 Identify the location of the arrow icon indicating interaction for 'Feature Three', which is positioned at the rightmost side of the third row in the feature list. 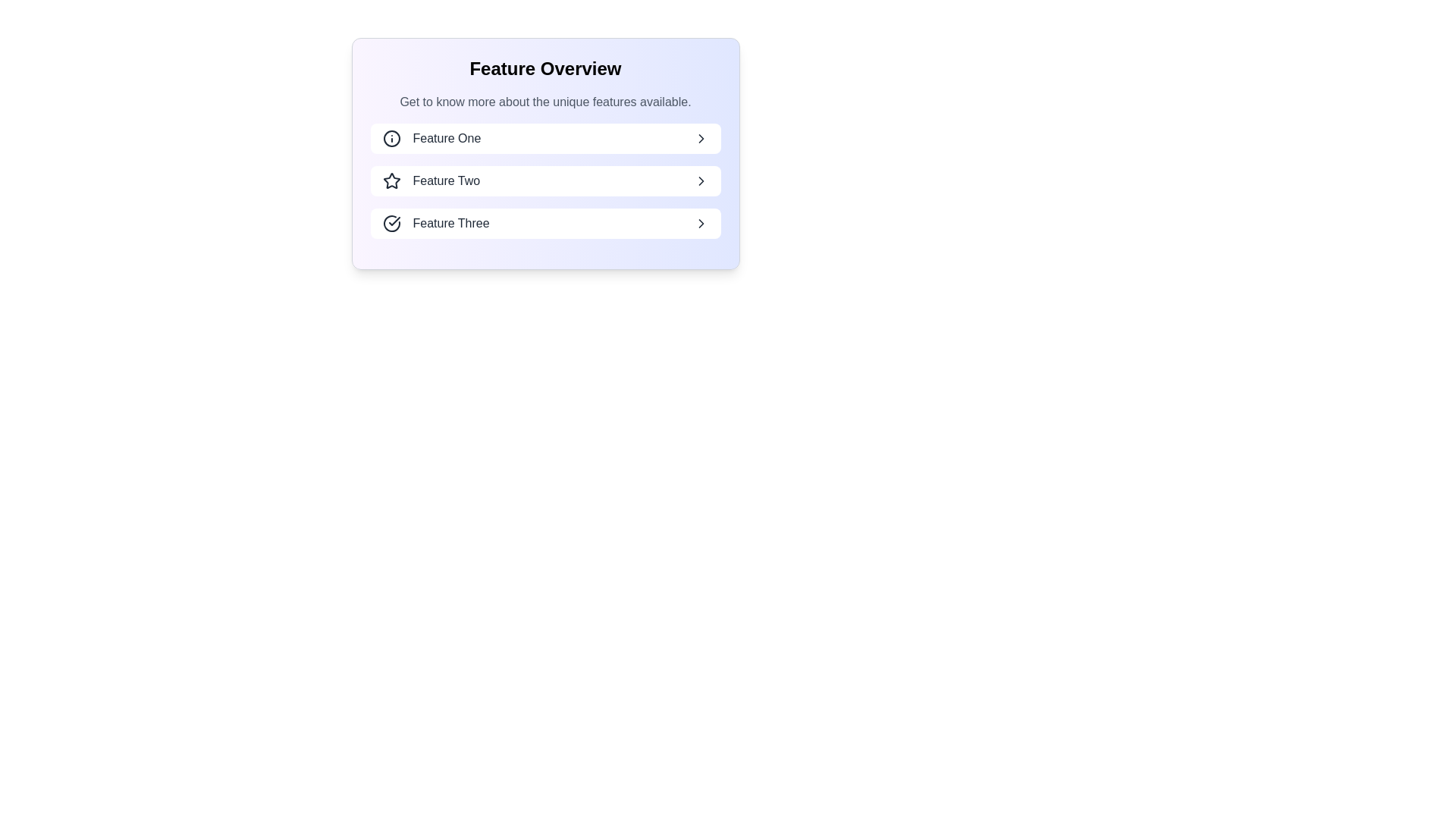
(700, 223).